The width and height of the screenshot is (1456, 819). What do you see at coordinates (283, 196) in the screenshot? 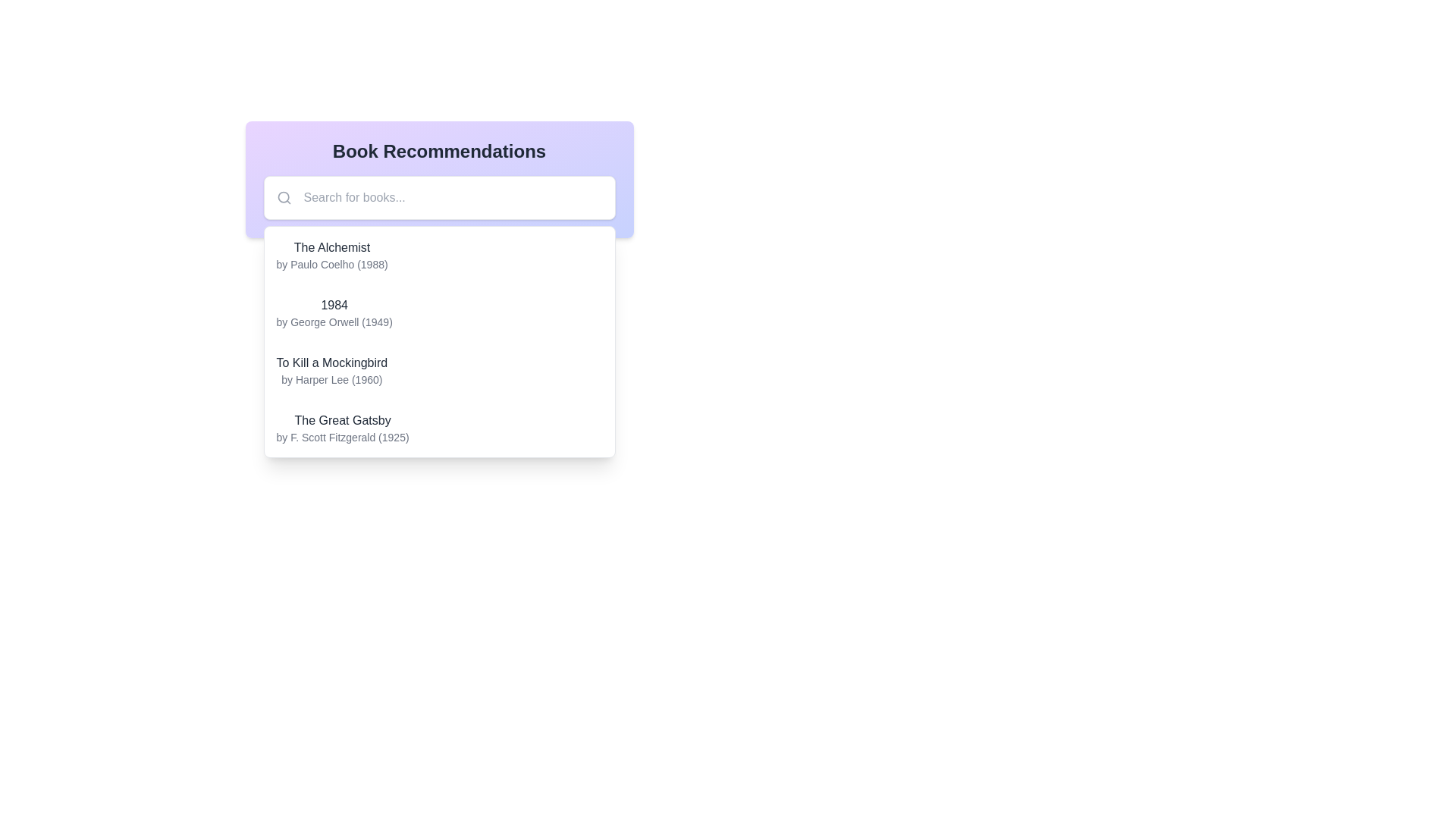
I see `the circular magnifying glass icon located on the left side of the search bar in the book recommendation interface` at bounding box center [283, 196].